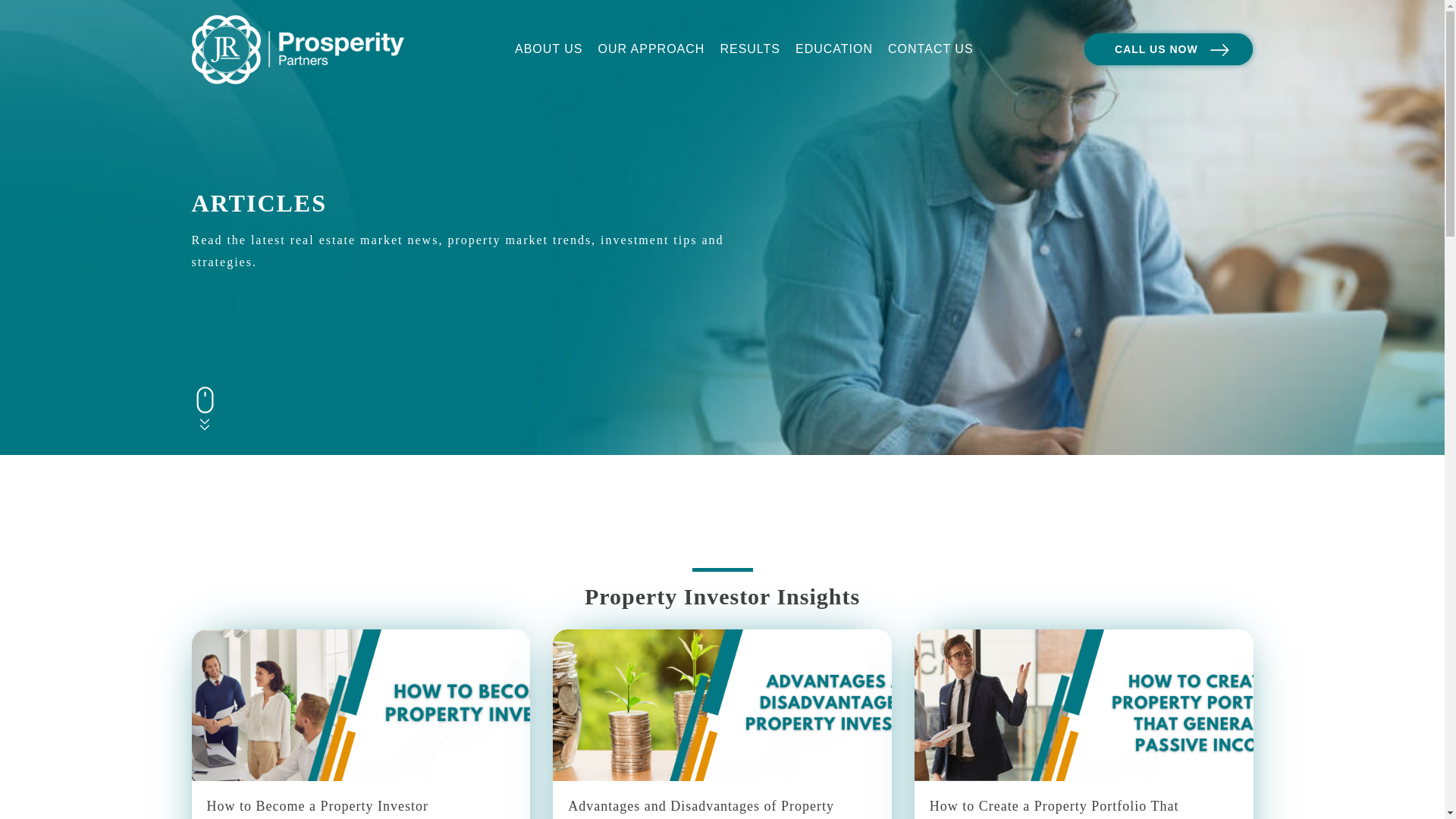 Image resolution: width=1456 pixels, height=819 pixels. What do you see at coordinates (833, 49) in the screenshot?
I see `'EDUCATION'` at bounding box center [833, 49].